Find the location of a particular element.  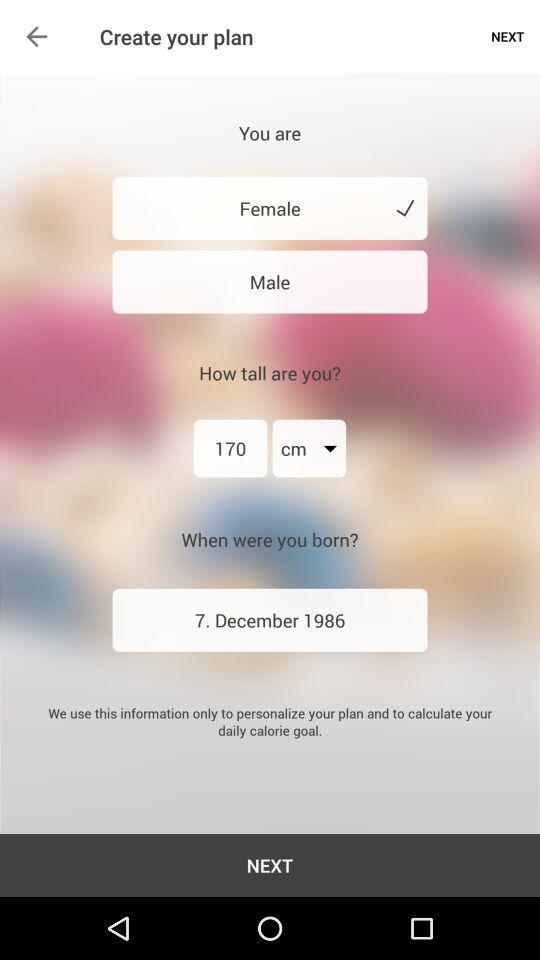

the item to the left of the cm item is located at coordinates (229, 448).